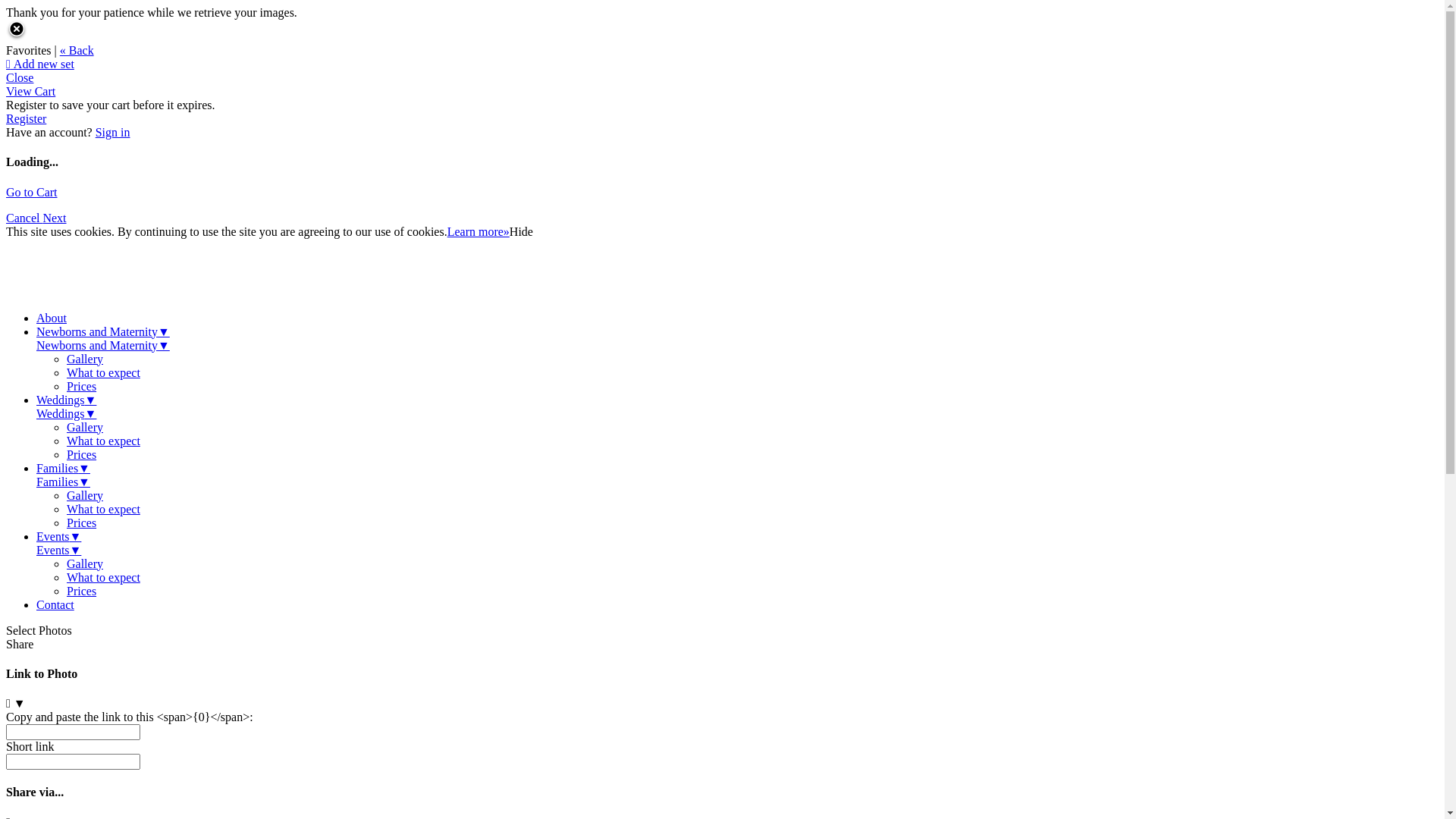 Image resolution: width=1456 pixels, height=819 pixels. I want to click on 'Go to Cart', so click(32, 191).